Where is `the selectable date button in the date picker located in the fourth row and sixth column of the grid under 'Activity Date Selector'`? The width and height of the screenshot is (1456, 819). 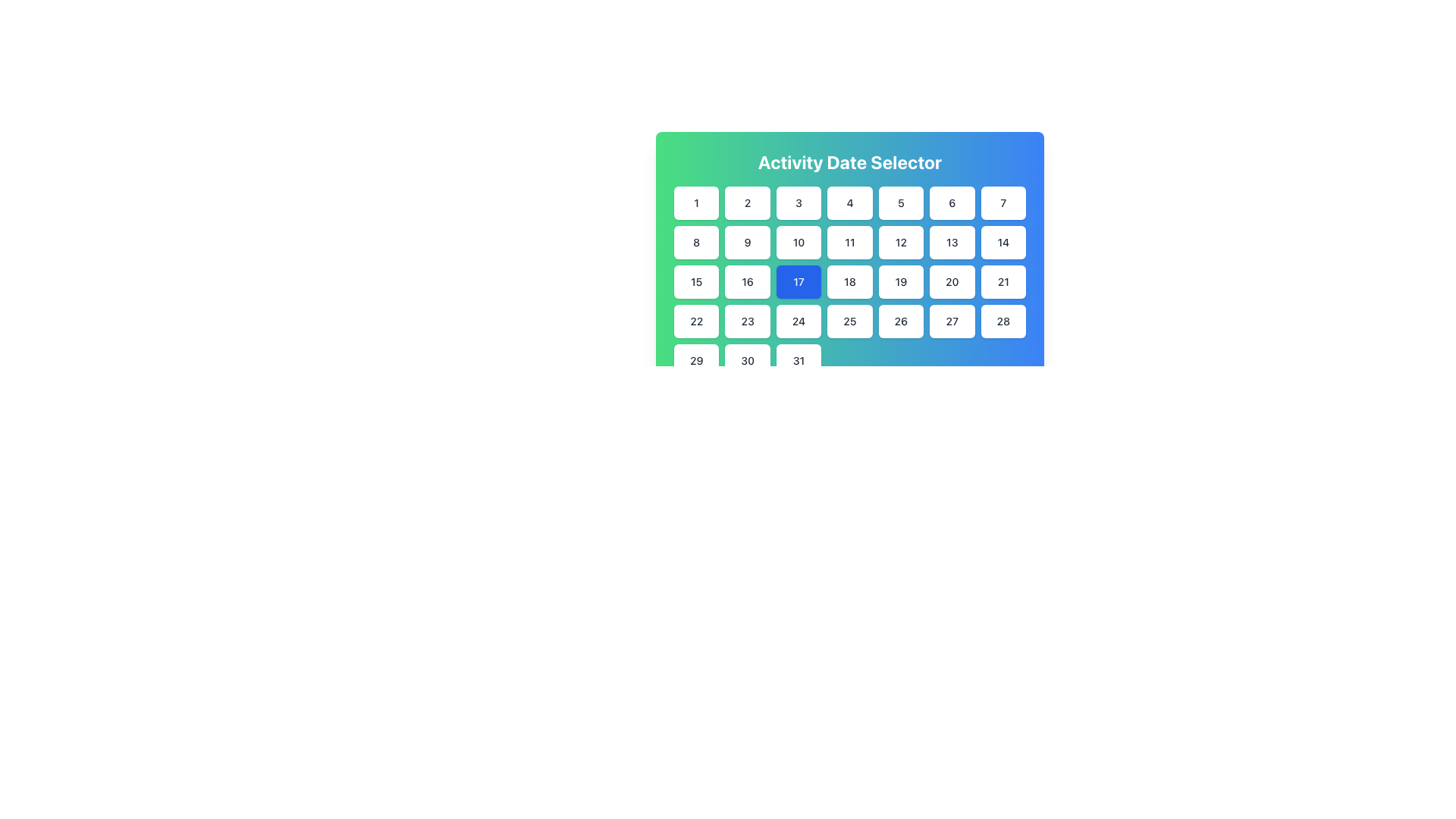
the selectable date button in the date picker located in the fourth row and sixth column of the grid under 'Activity Date Selector' is located at coordinates (951, 321).